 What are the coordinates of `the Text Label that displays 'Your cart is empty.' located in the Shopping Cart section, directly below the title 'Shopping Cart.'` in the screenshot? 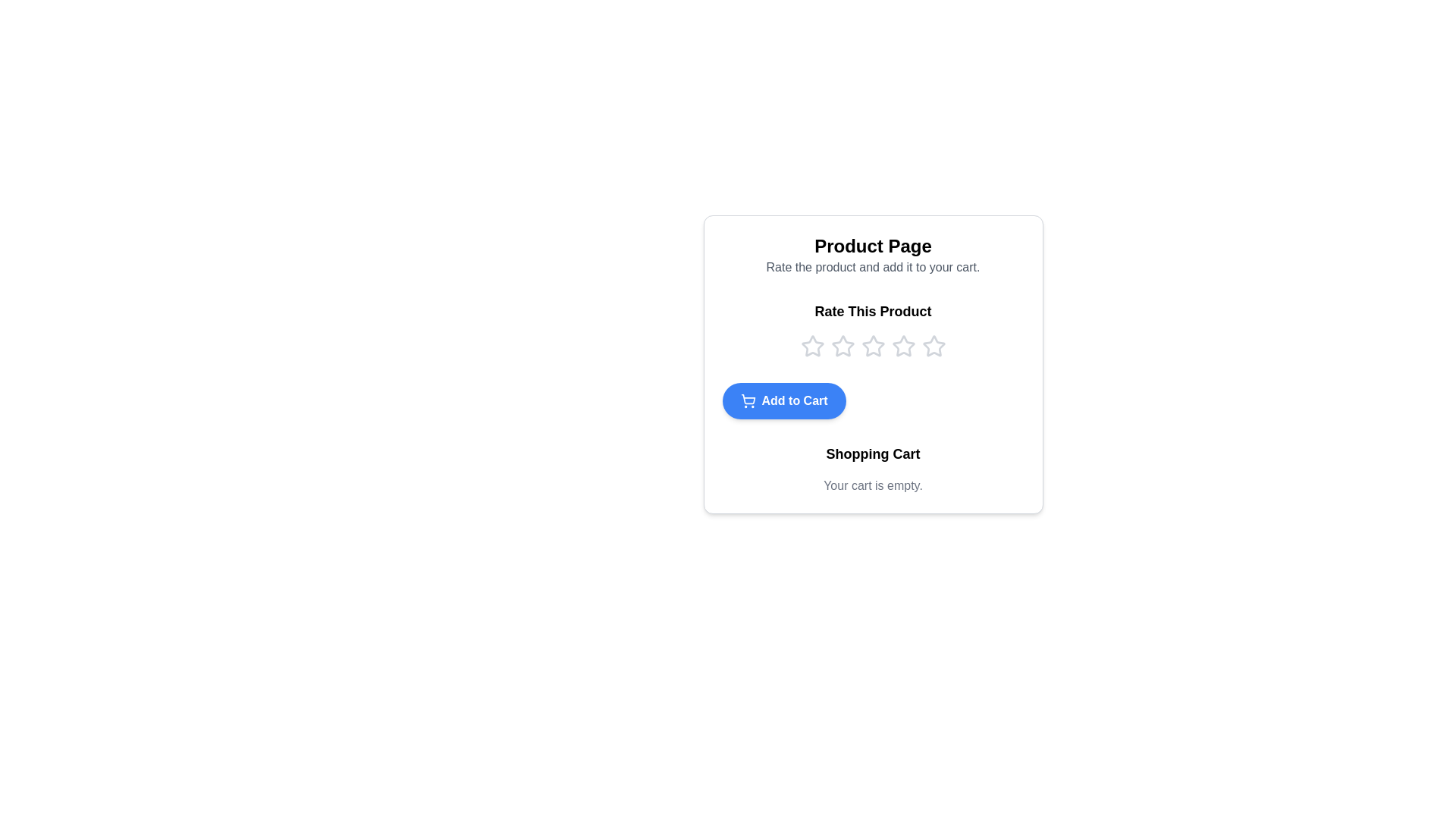 It's located at (873, 485).